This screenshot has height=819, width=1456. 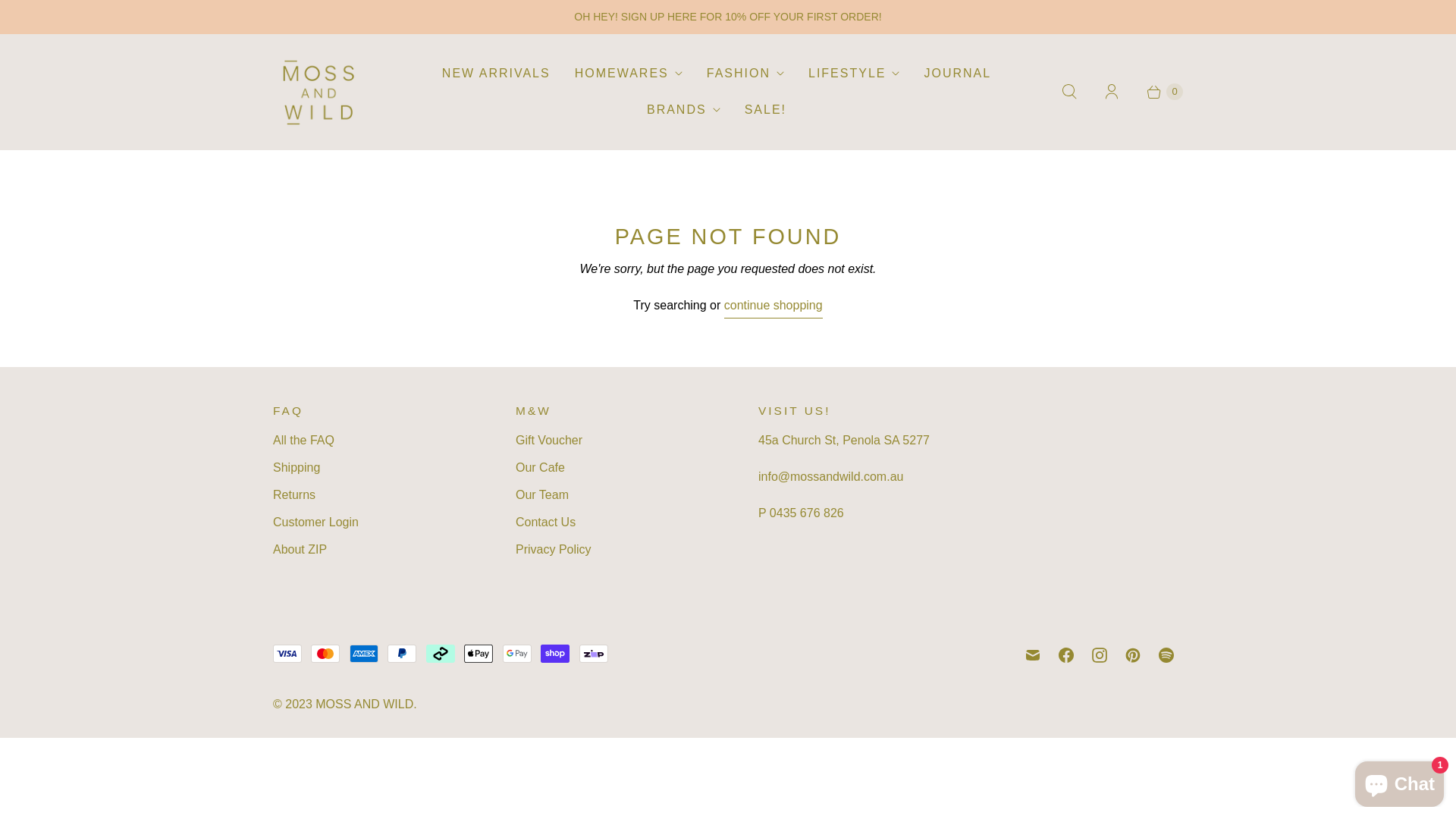 I want to click on 'MOSS AND WILD', so click(x=364, y=704).